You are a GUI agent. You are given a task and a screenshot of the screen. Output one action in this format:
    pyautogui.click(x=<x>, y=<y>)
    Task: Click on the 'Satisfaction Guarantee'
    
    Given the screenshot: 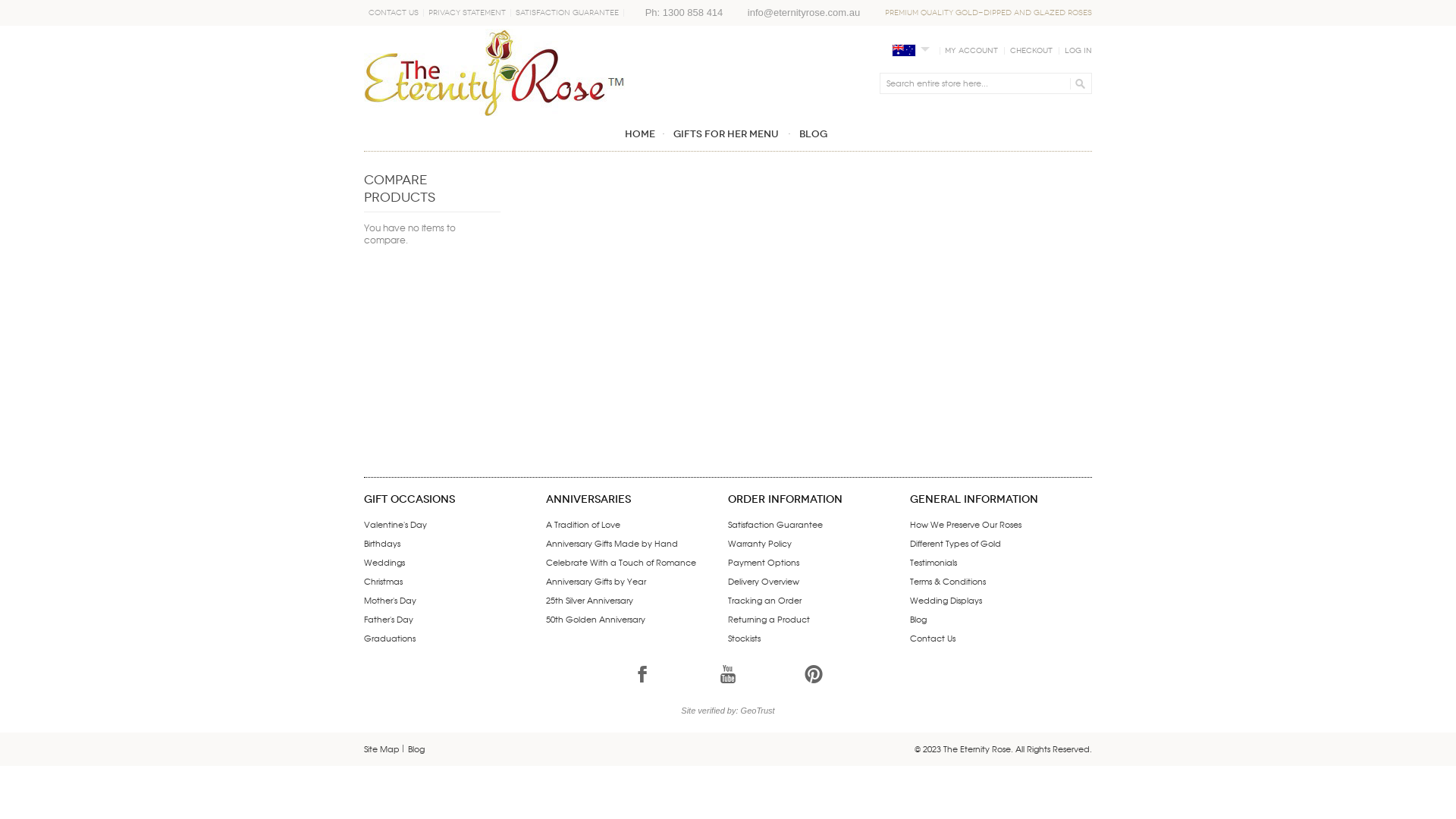 What is the action you would take?
    pyautogui.click(x=728, y=523)
    